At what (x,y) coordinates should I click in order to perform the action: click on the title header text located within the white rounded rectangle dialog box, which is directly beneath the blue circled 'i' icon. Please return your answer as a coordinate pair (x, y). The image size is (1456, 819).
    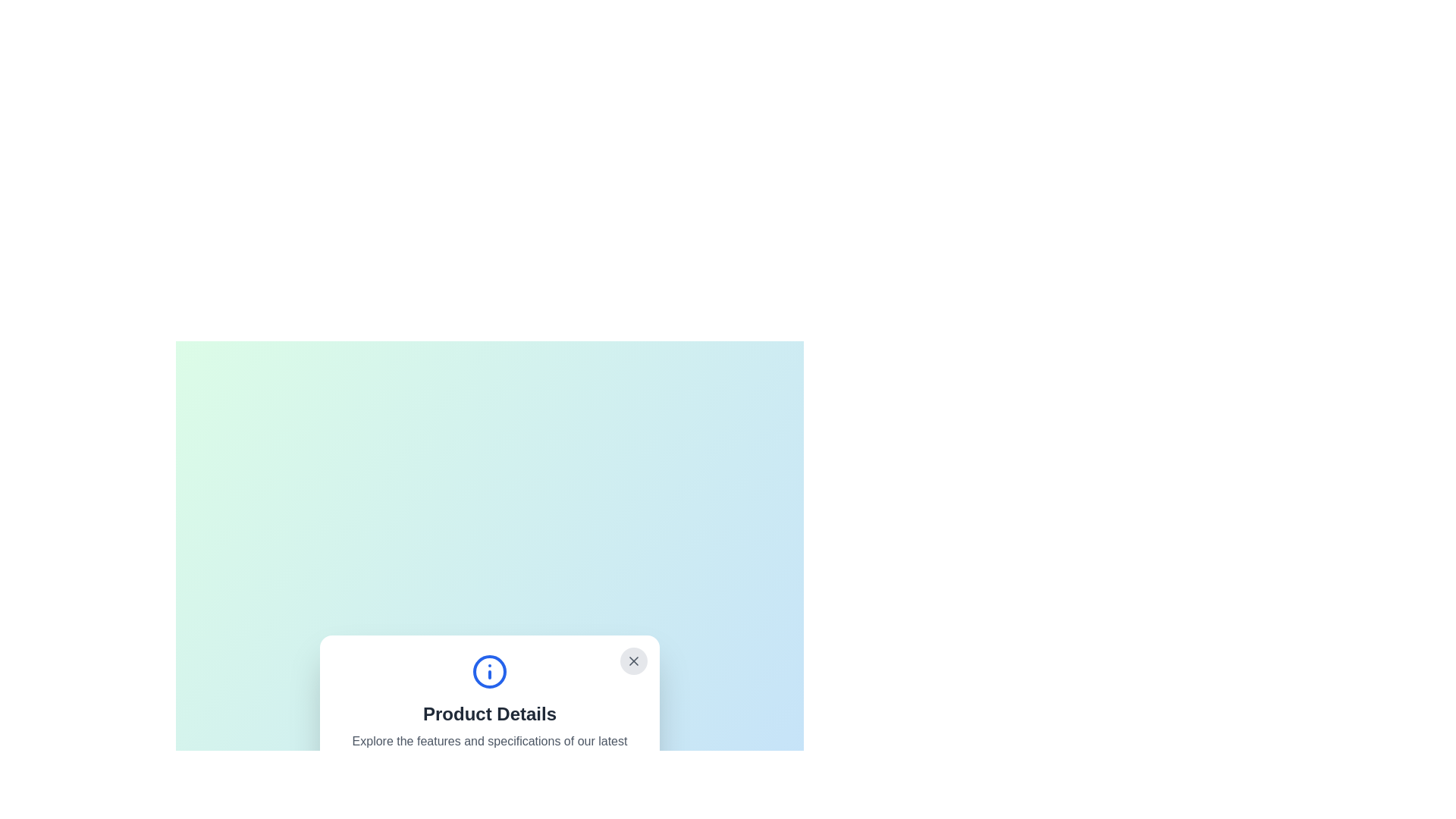
    Looking at the image, I should click on (490, 714).